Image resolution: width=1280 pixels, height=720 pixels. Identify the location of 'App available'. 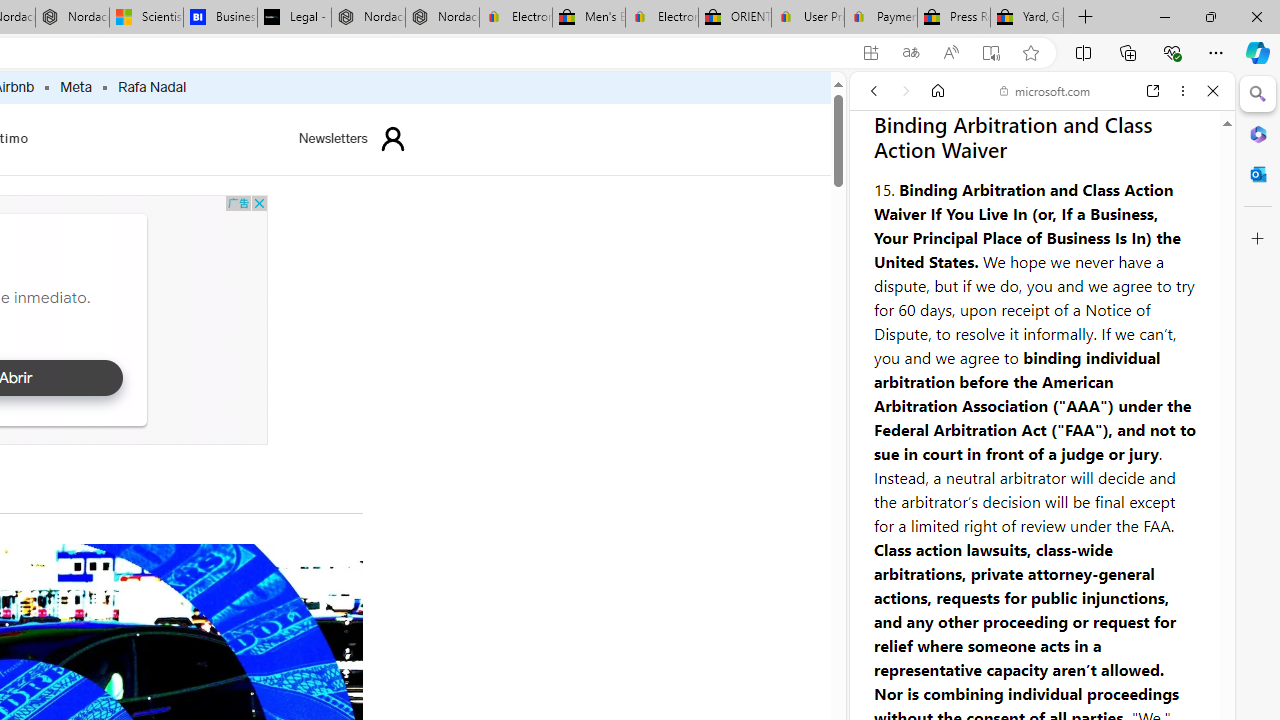
(871, 52).